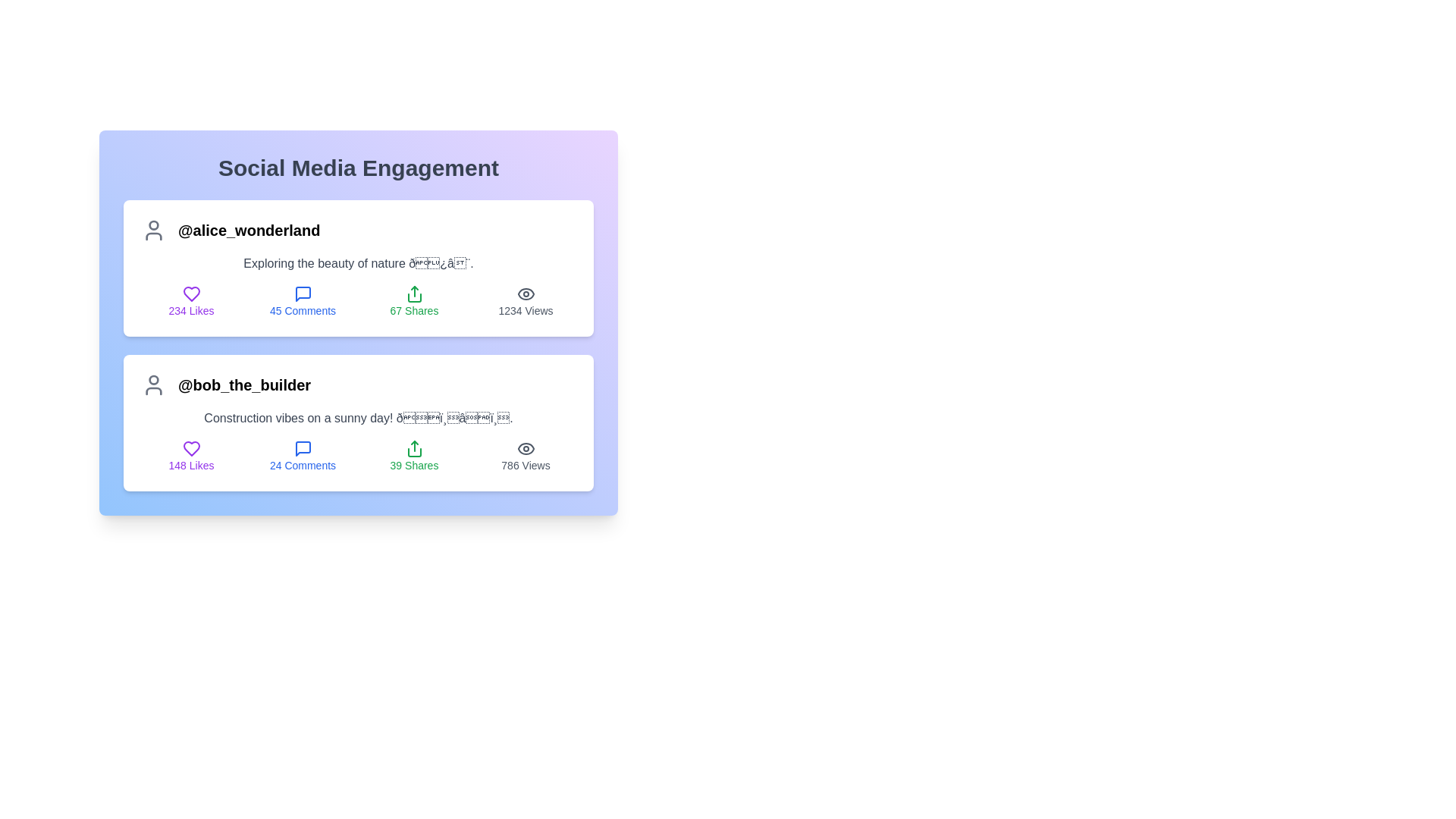 The height and width of the screenshot is (819, 1456). What do you see at coordinates (190, 309) in the screenshot?
I see `the text label displaying '234 Likes', which is styled in purple and located to the right of a purple heart icon, part of the engagement metrics for user '@alice_wonderland'` at bounding box center [190, 309].